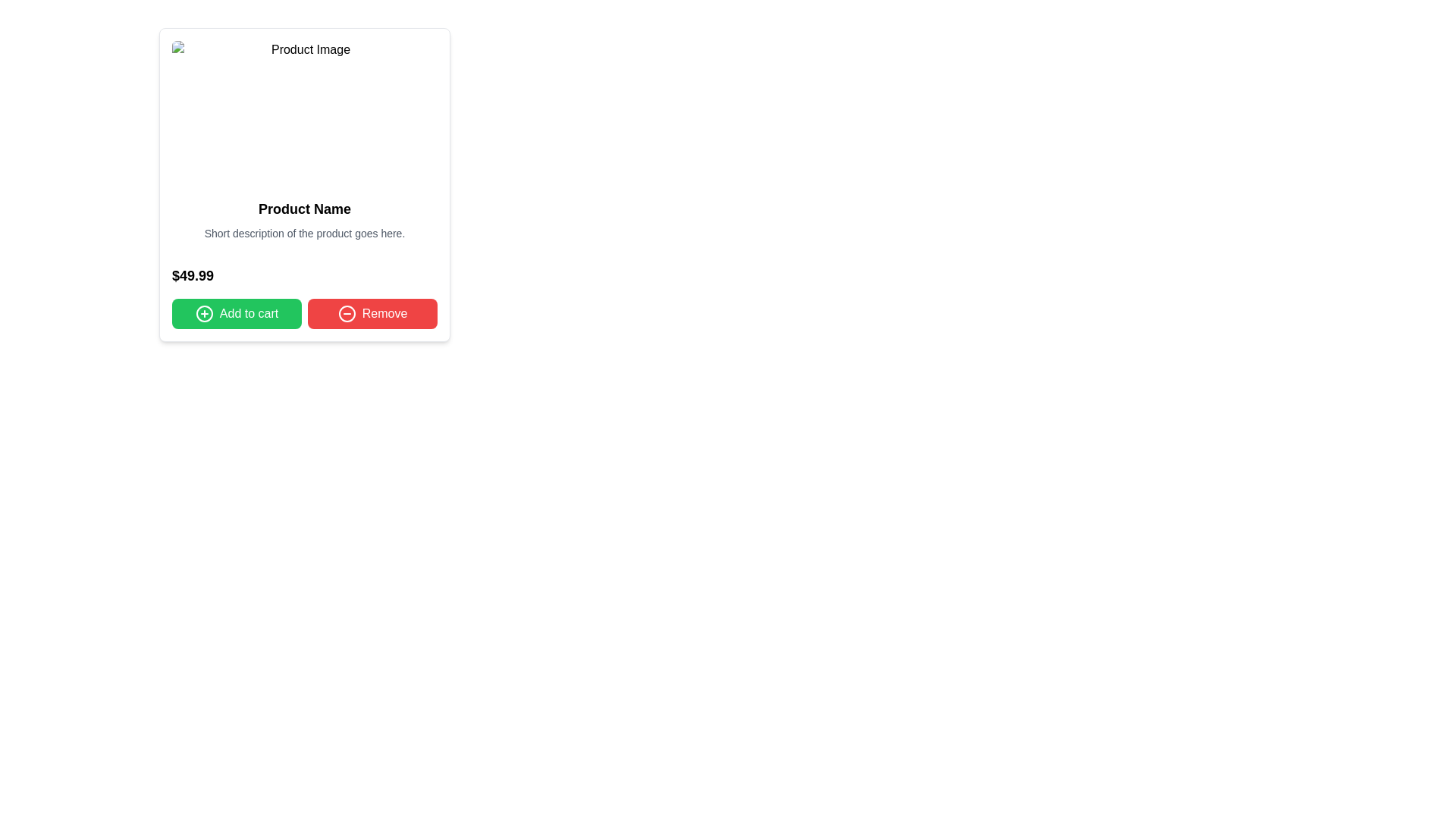 This screenshot has width=1456, height=819. What do you see at coordinates (304, 209) in the screenshot?
I see `the 'Product Name' text label, which is prominently styled in bold and larger font, located in the upper half of the card interface` at bounding box center [304, 209].